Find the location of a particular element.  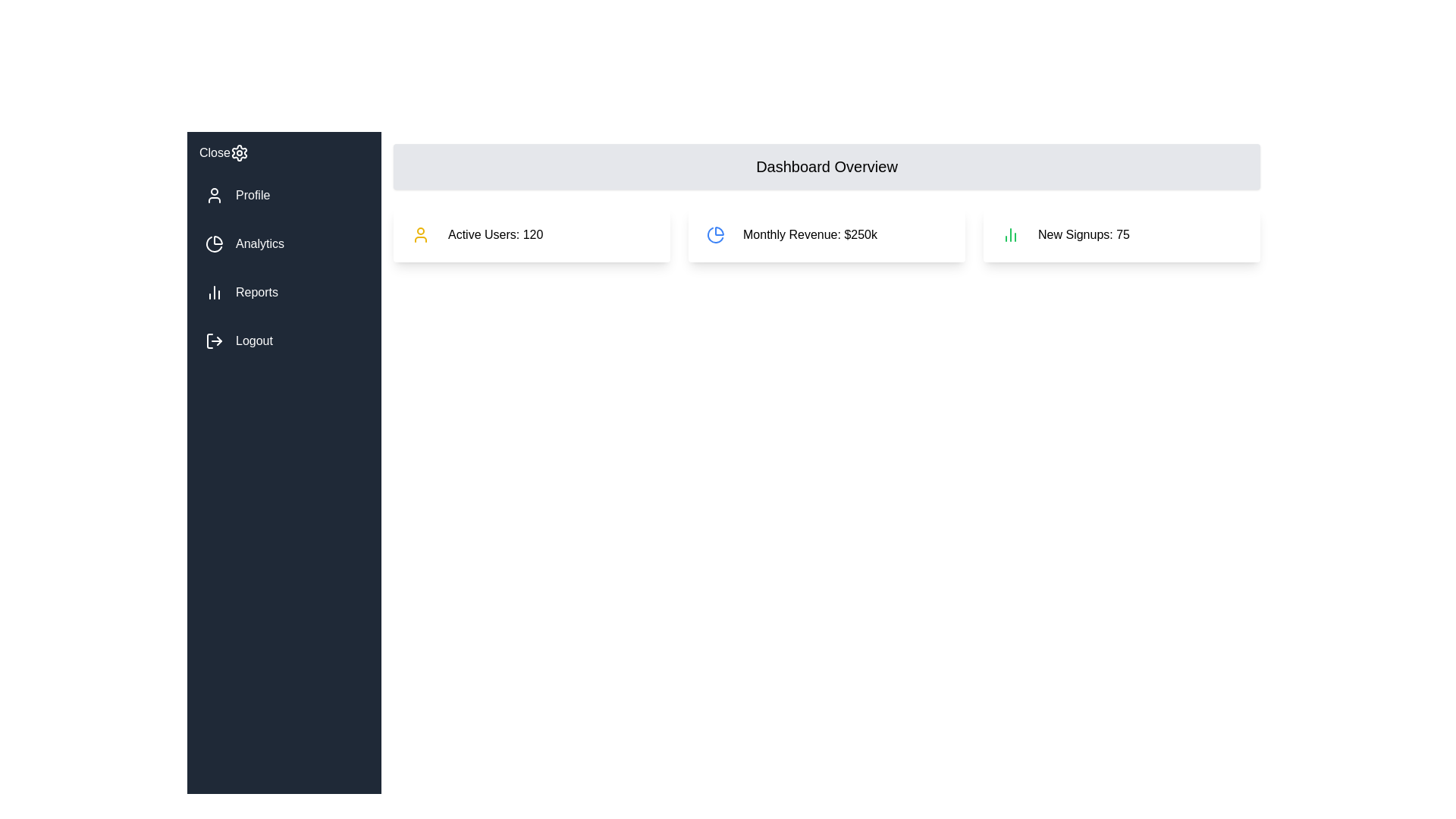

the navigation group element in the sidebar is located at coordinates (284, 268).